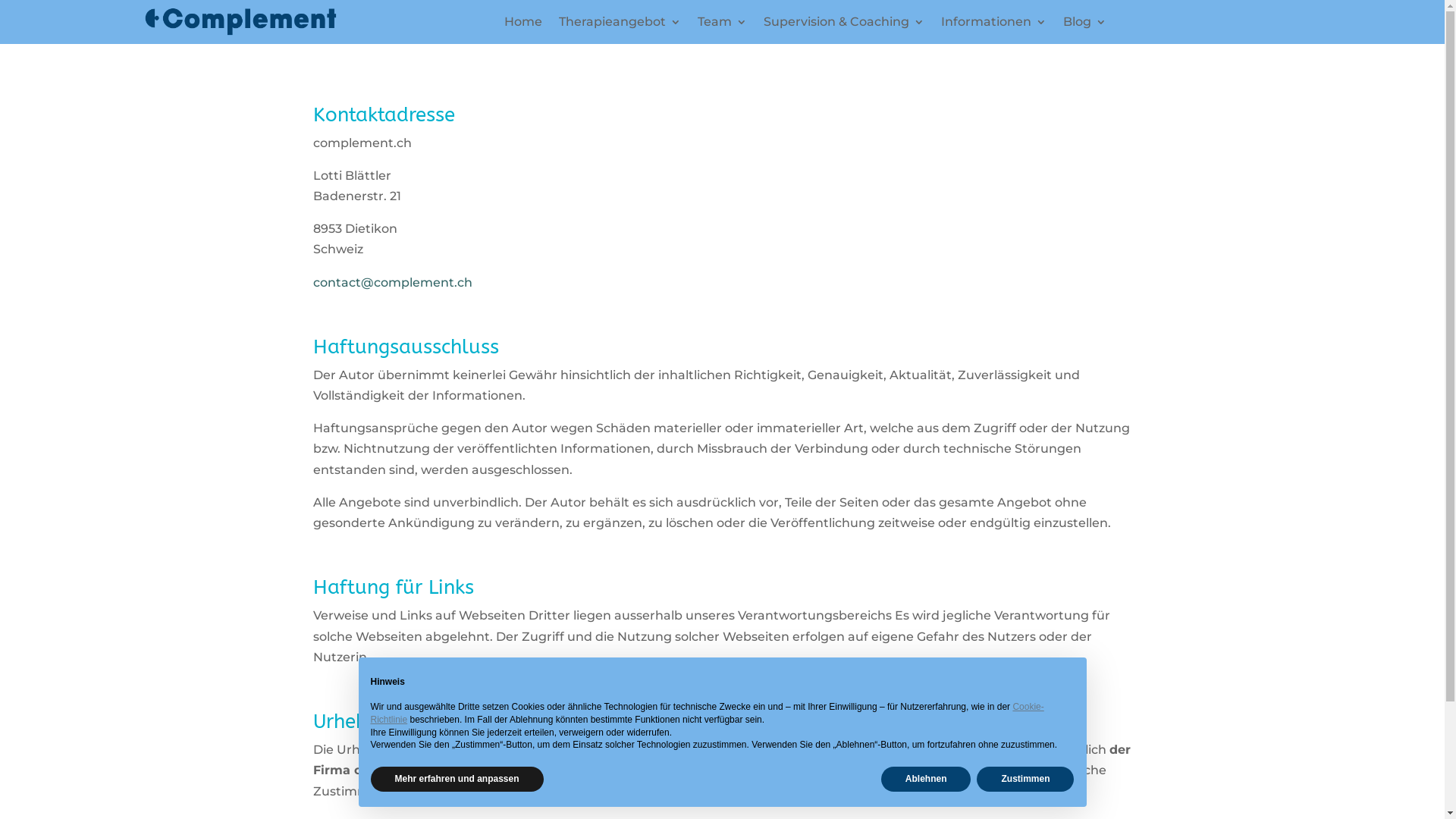 The image size is (1456, 819). Describe the element at coordinates (620, 25) in the screenshot. I see `'Therapieangebot'` at that location.